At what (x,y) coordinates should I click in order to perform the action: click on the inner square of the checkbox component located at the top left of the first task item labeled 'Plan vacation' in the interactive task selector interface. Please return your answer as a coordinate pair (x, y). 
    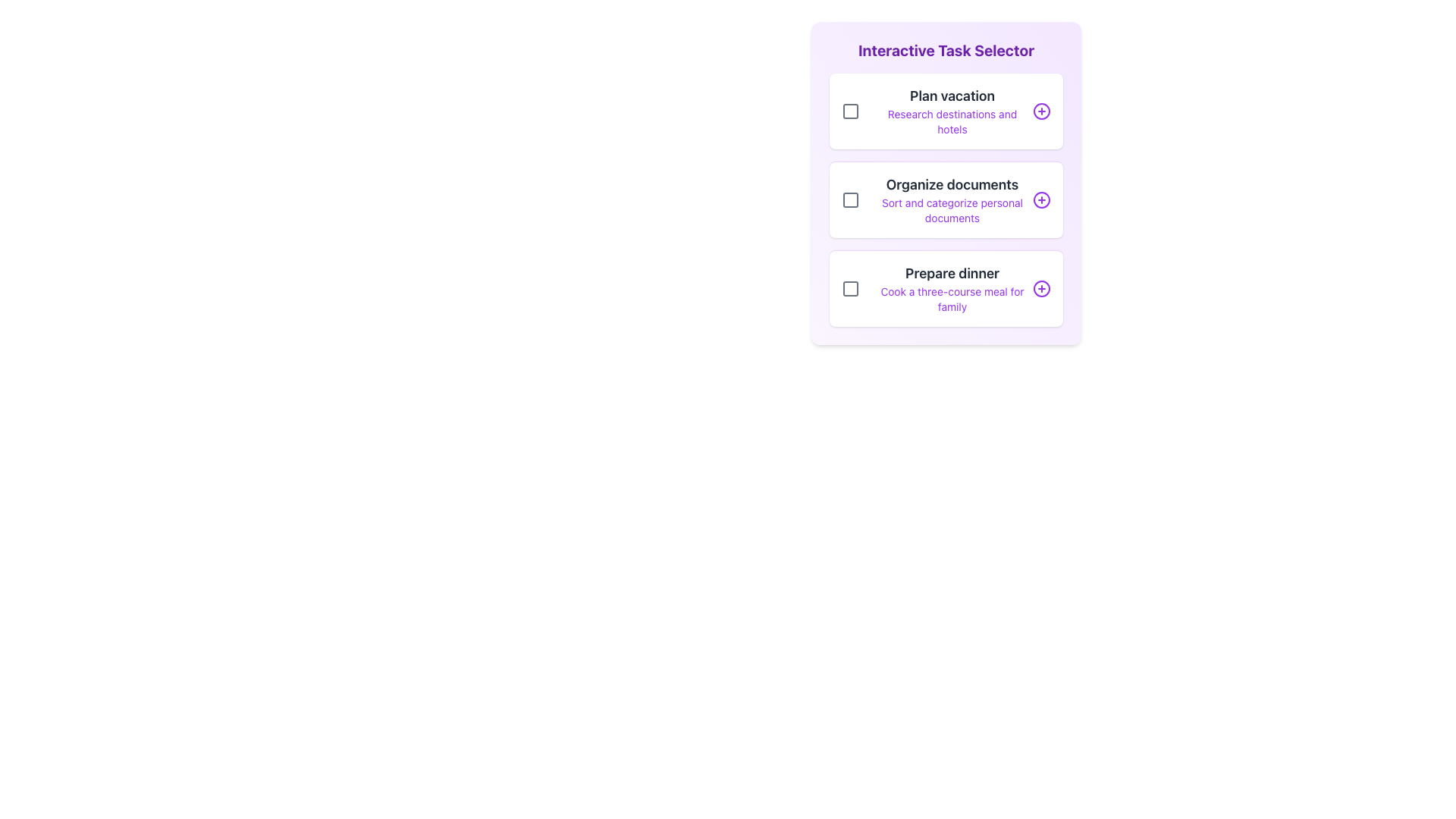
    Looking at the image, I should click on (851, 110).